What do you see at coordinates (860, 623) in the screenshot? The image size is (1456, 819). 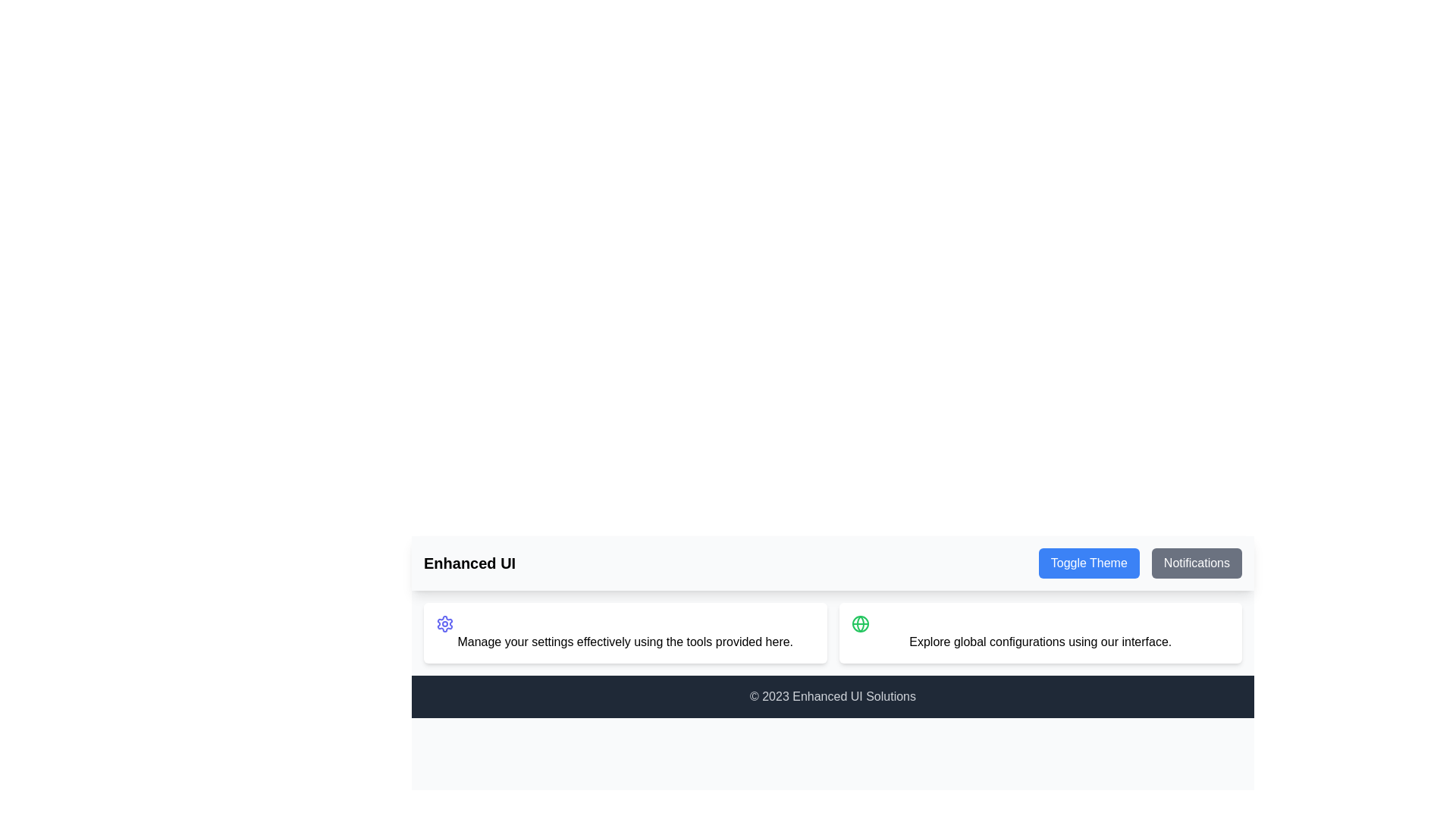 I see `the central circle of the green globe icon, which represents global settings or accessibility, located to the left of the text label` at bounding box center [860, 623].